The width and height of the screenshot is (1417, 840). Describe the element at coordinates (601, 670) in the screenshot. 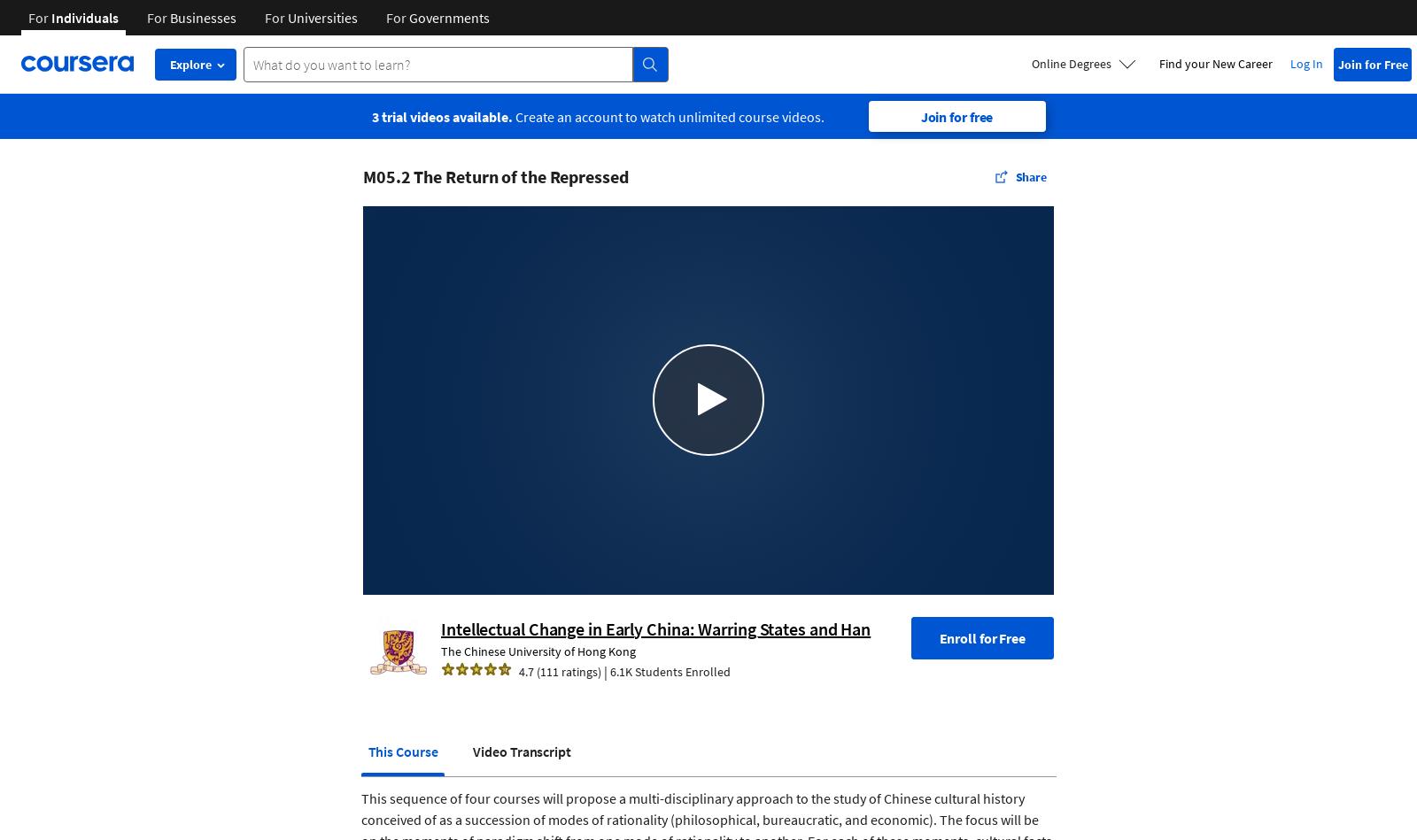

I see `'|'` at that location.